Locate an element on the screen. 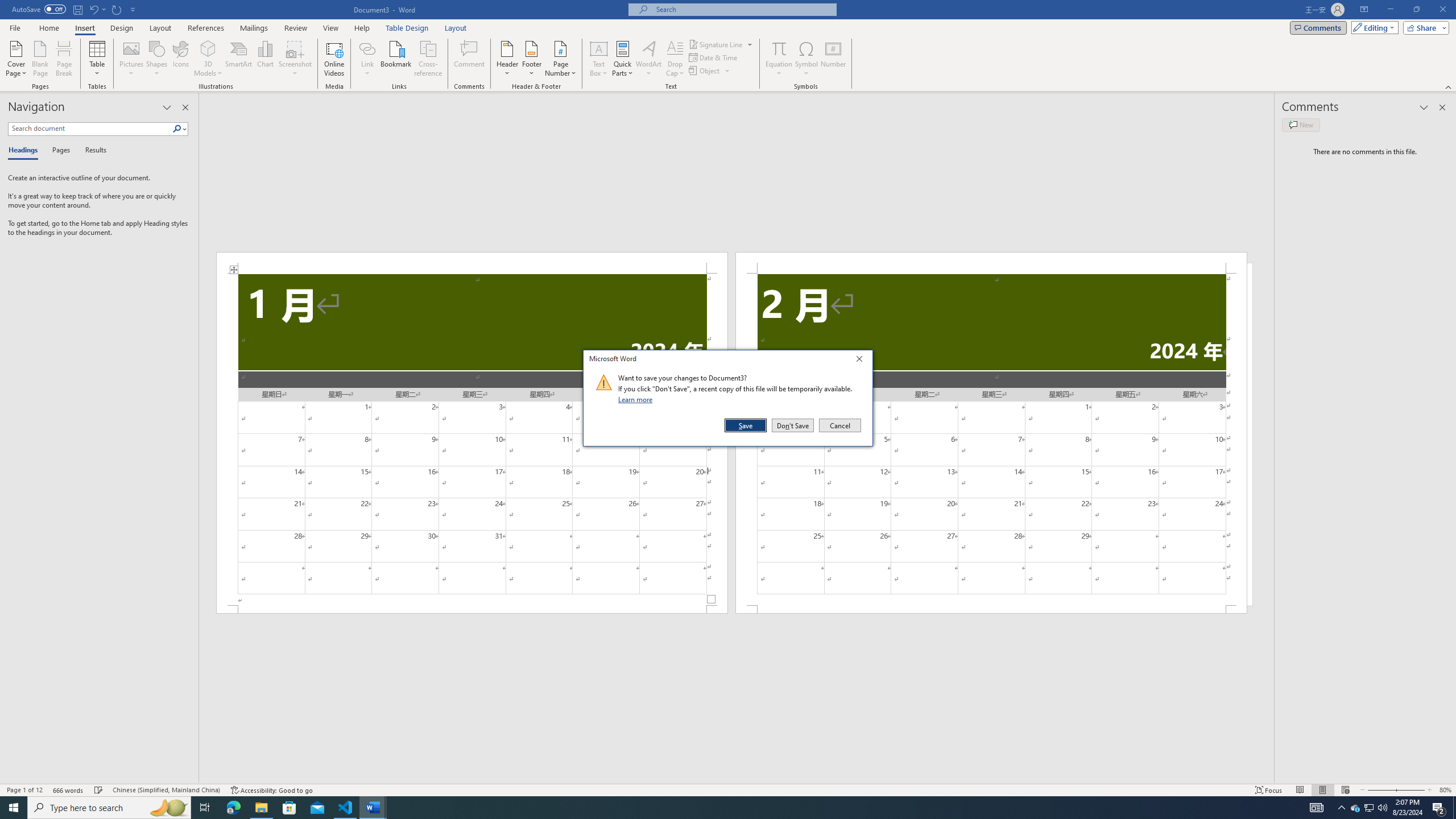 Image resolution: width=1456 pixels, height=819 pixels. 'Cover Page' is located at coordinates (16, 59).